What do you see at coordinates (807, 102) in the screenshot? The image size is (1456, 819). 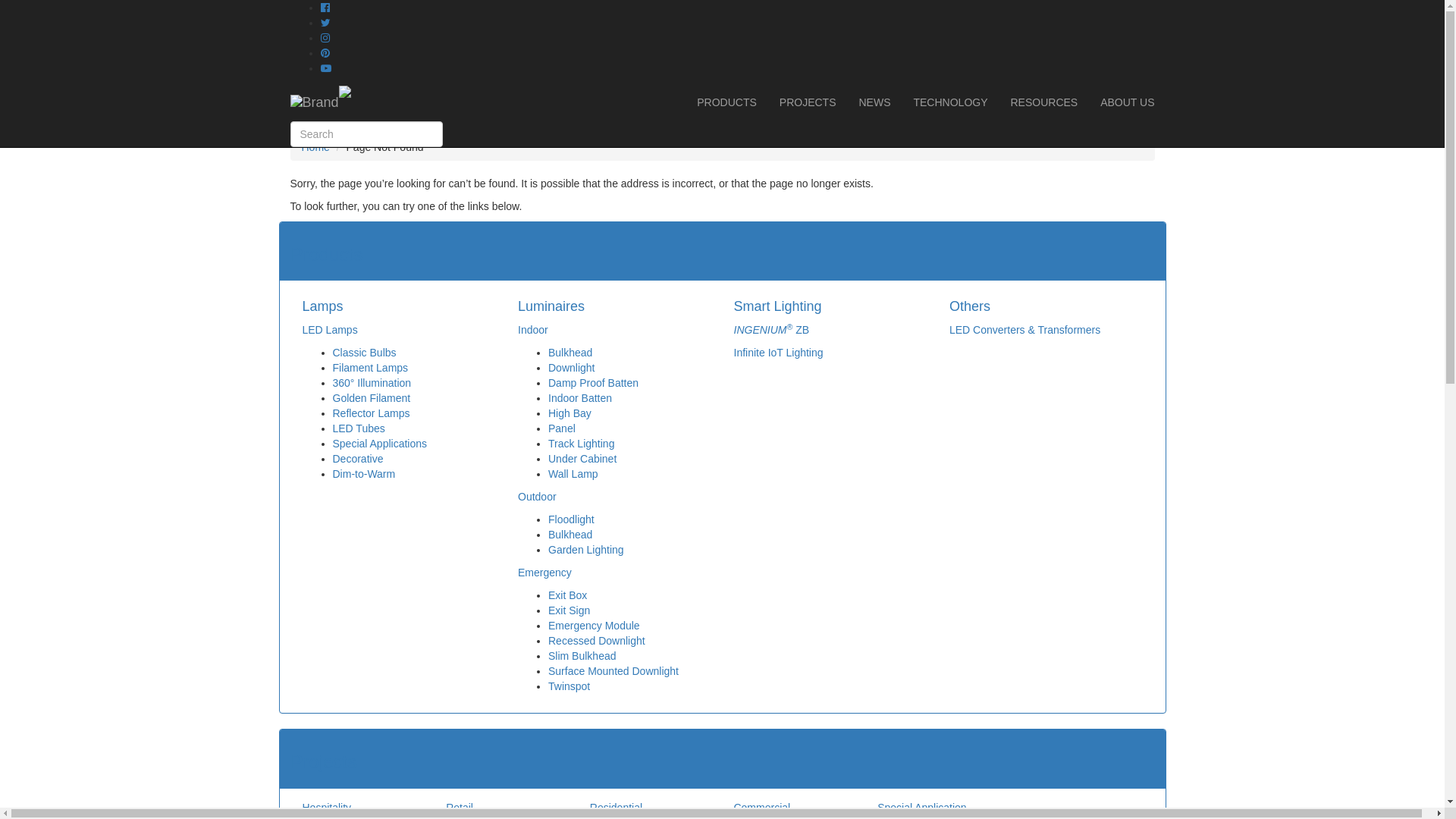 I see `'PROJECTS'` at bounding box center [807, 102].